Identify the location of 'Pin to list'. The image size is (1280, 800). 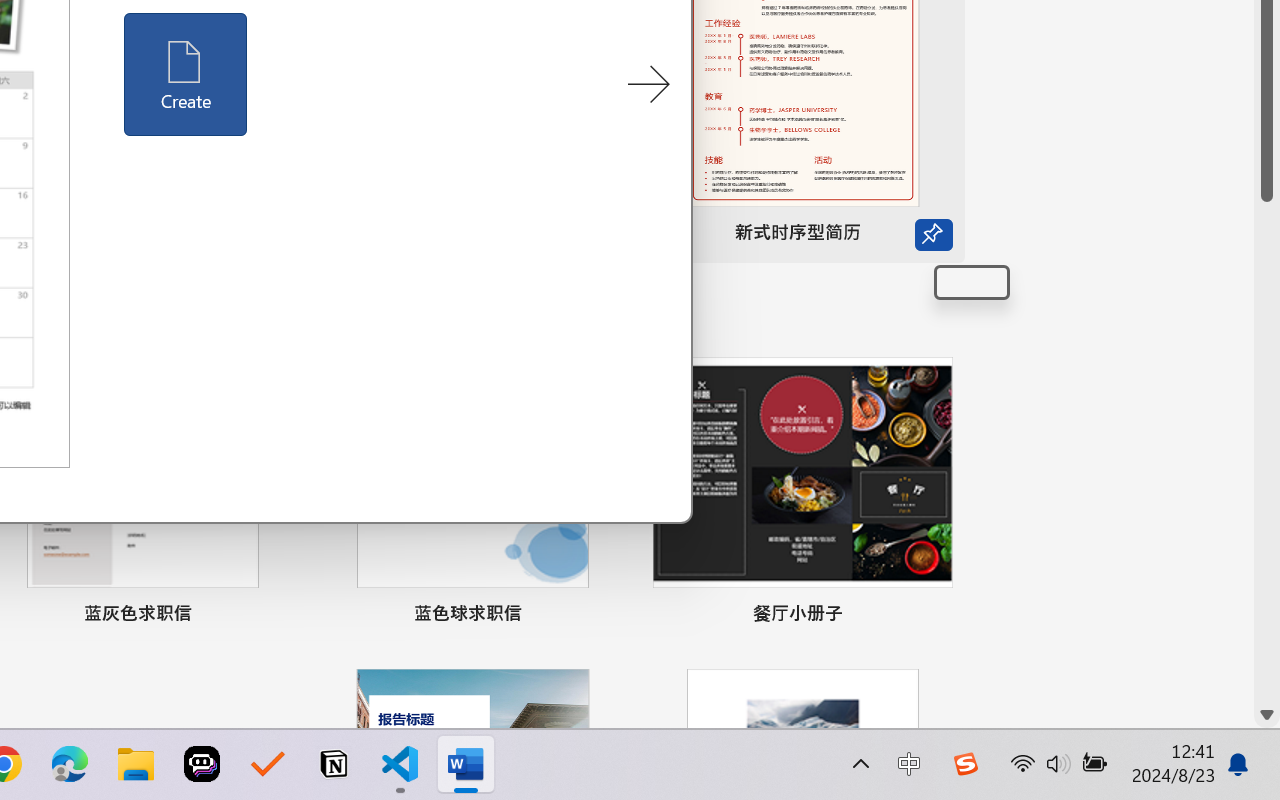
(933, 616).